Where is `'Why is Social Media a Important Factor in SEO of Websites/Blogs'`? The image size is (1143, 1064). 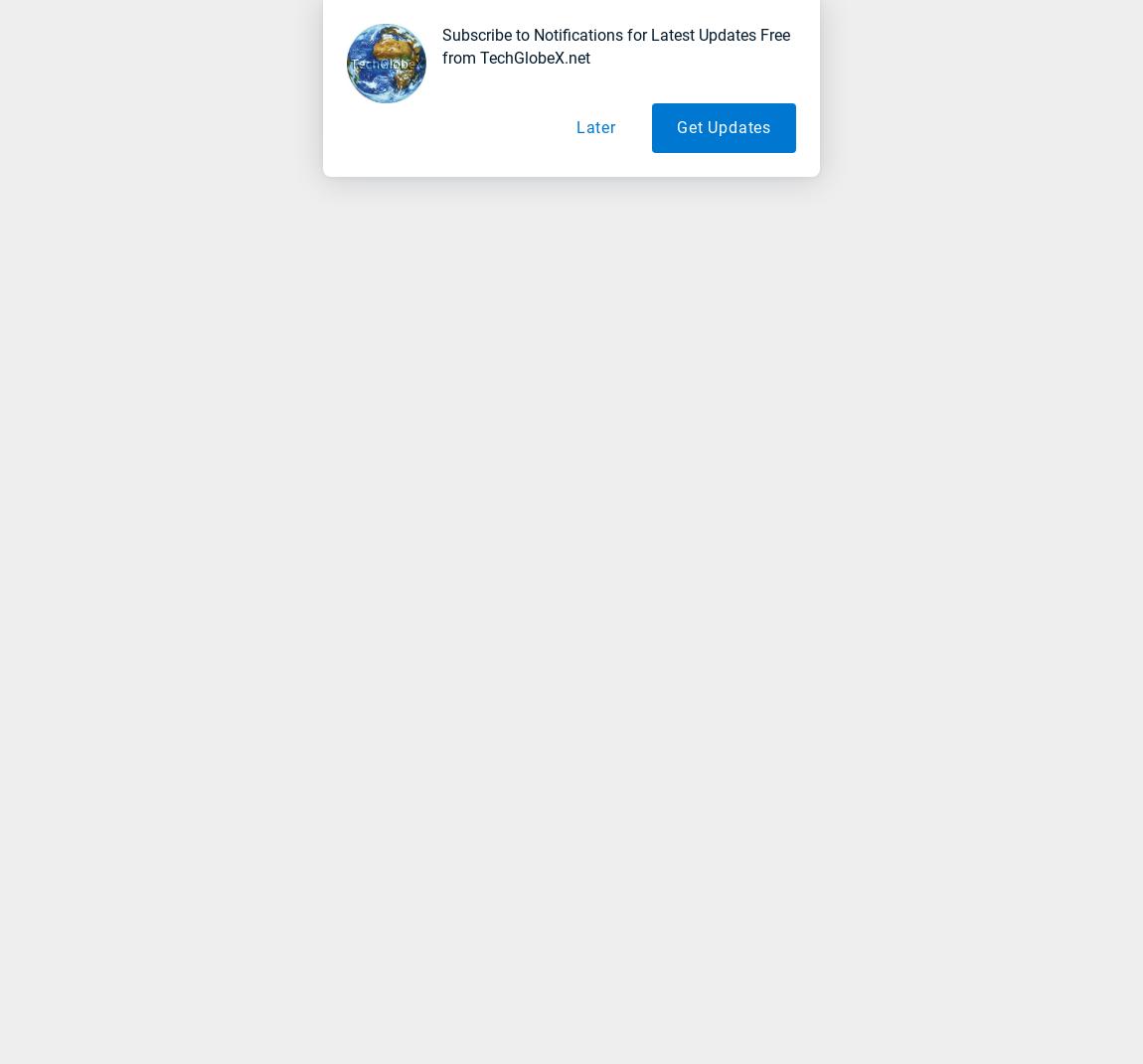 'Why is Social Media a Important Factor in SEO of Websites/Blogs' is located at coordinates (19, 467).